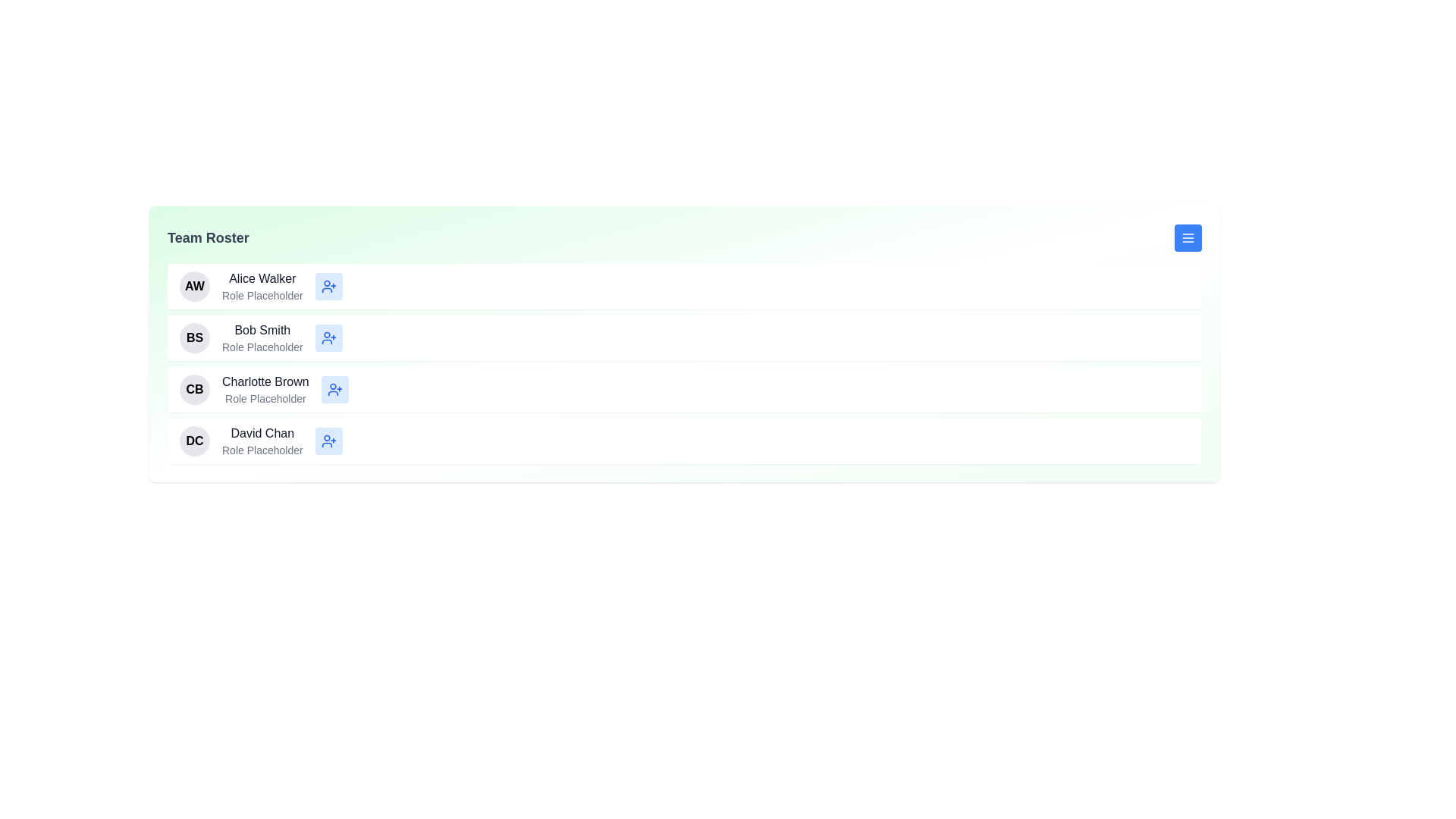 This screenshot has height=819, width=1456. What do you see at coordinates (262, 295) in the screenshot?
I see `the static text label displaying 'Role Placeholder' located directly below 'Alice Walker' in the 'Team Roster' list` at bounding box center [262, 295].